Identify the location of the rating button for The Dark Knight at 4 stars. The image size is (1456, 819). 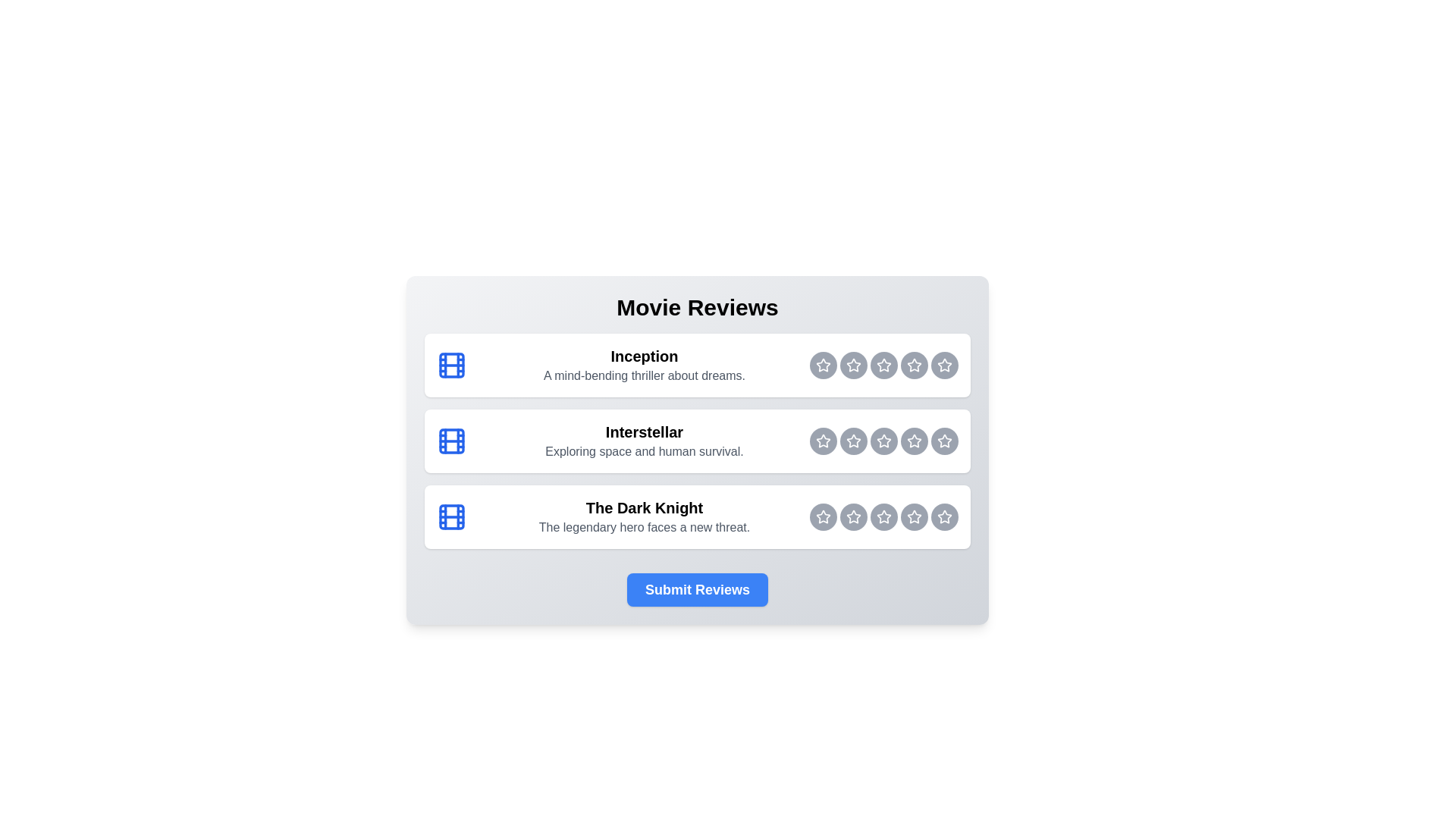
(913, 516).